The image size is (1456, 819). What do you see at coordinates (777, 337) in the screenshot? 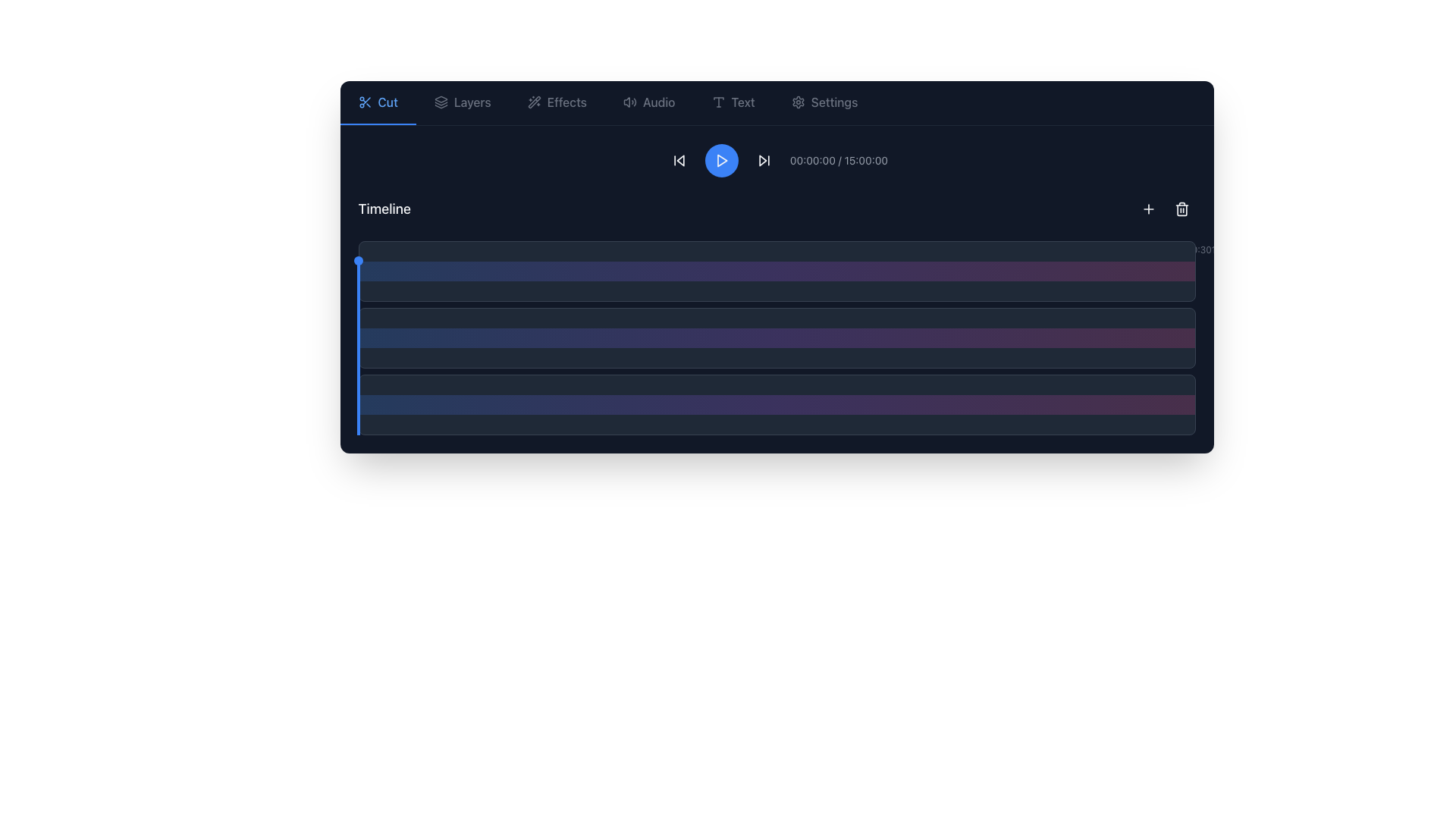
I see `the prominent middle gradient bar in the timeline interface that features a color transition from blue to purple to pink` at bounding box center [777, 337].